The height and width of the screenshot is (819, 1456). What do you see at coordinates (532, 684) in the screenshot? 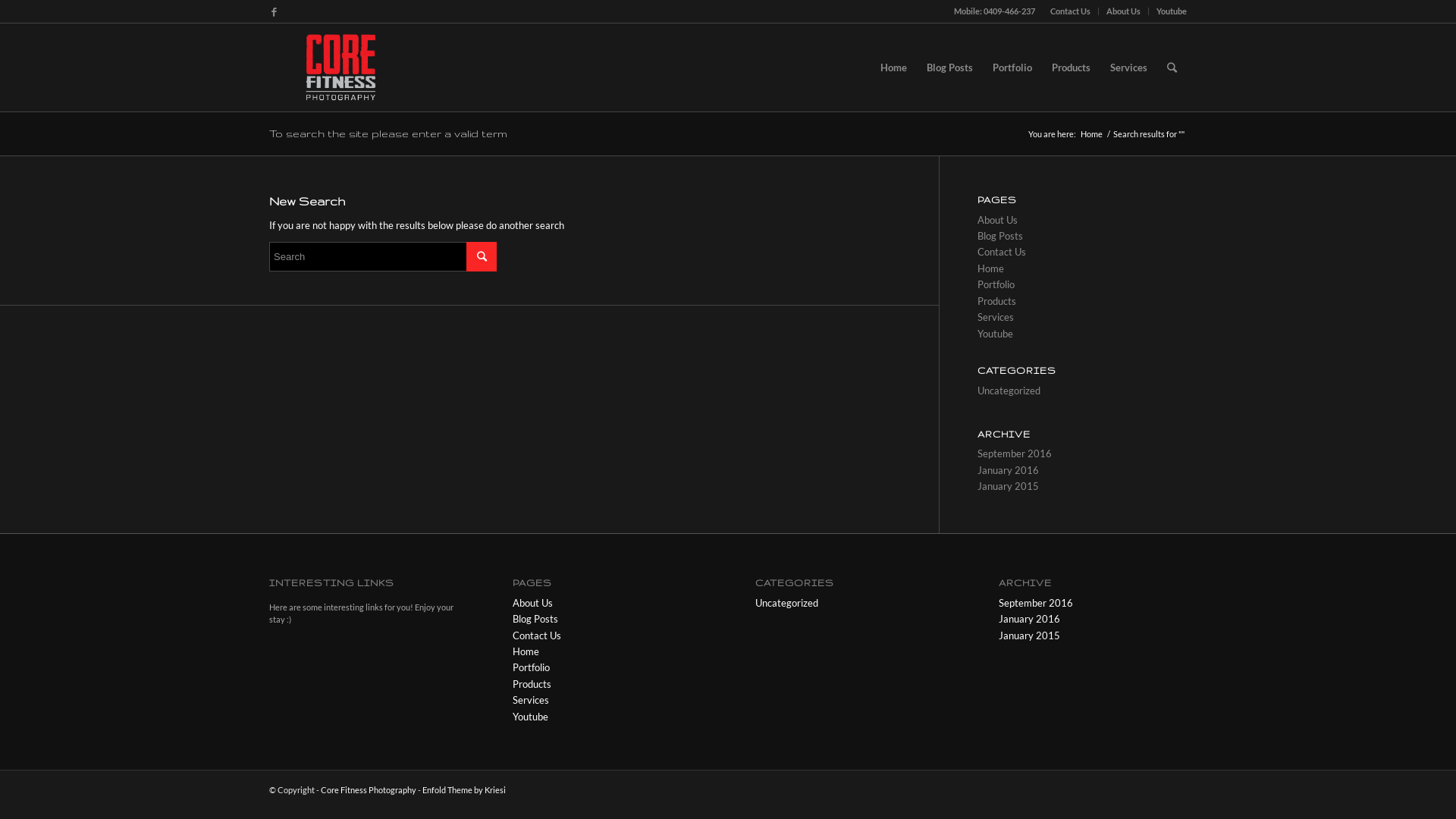
I see `'Products'` at bounding box center [532, 684].